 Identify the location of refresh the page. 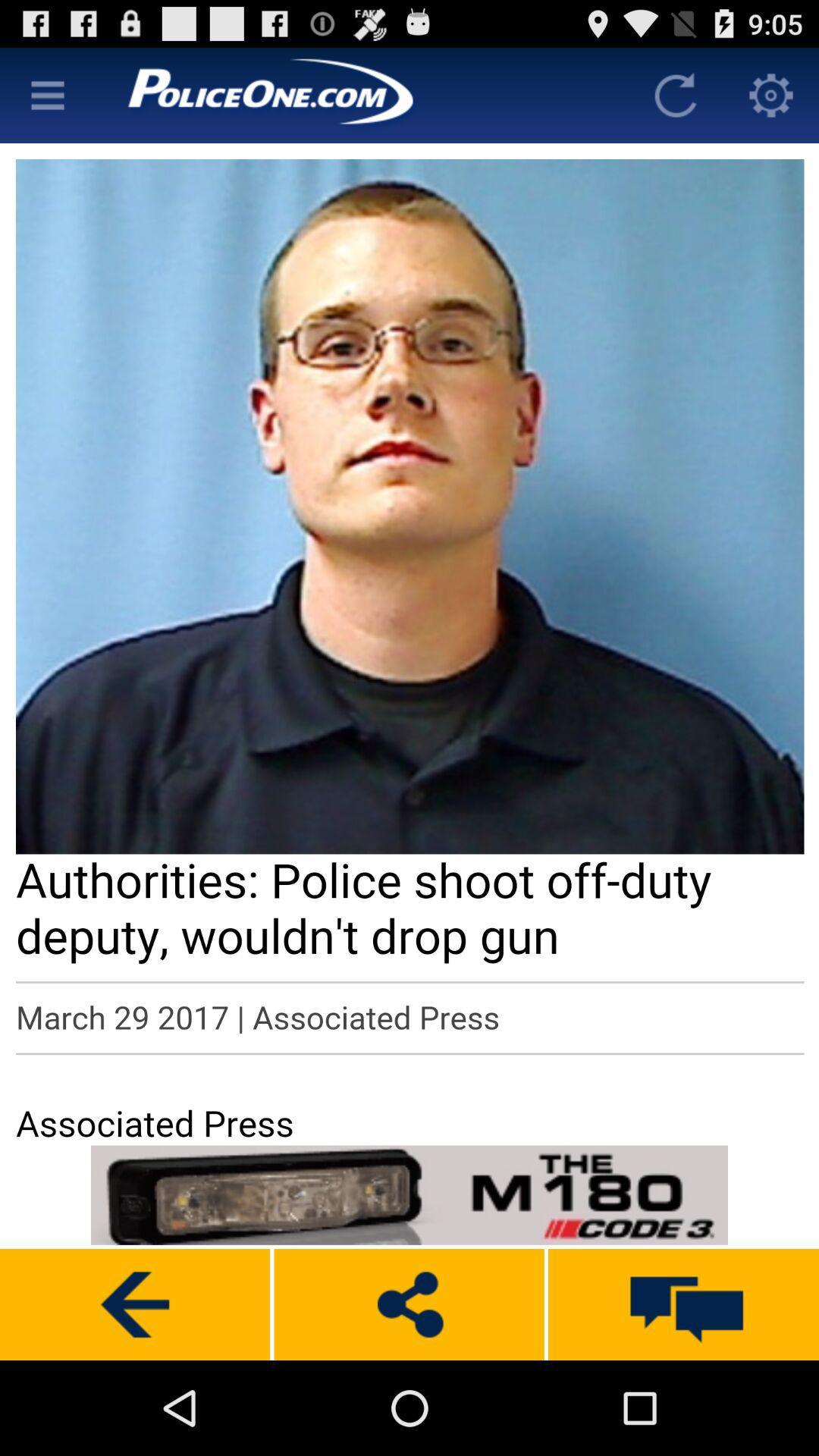
(675, 94).